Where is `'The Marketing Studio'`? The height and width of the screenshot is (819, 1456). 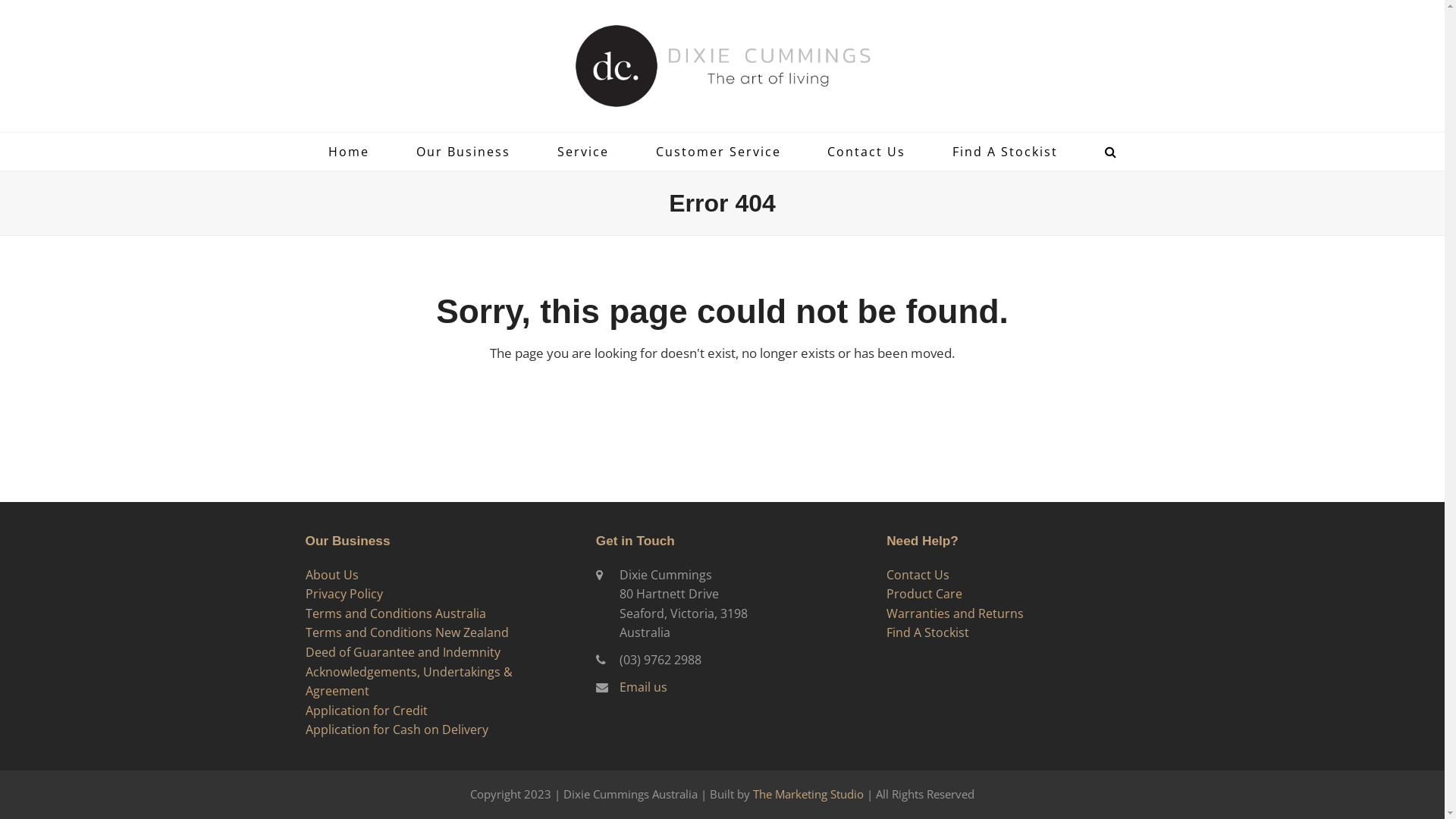
'The Marketing Studio' is located at coordinates (753, 792).